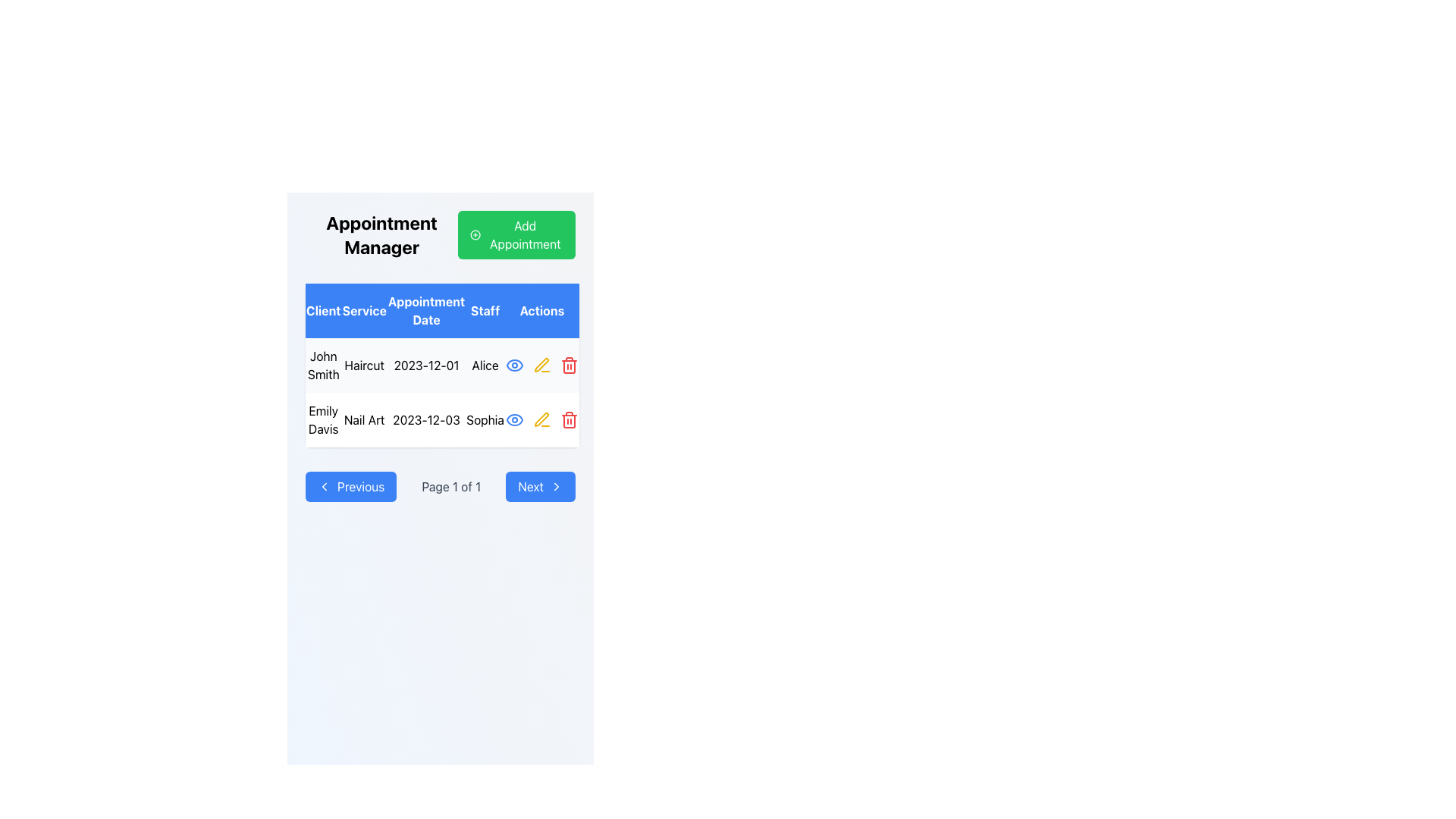  Describe the element at coordinates (556, 486) in the screenshot. I see `the rightward-pointing chevron icon with a blue background, located to the right of the 'Next' text in the bottom-right corner of the interface, to potentially reveal additional functionality` at that location.